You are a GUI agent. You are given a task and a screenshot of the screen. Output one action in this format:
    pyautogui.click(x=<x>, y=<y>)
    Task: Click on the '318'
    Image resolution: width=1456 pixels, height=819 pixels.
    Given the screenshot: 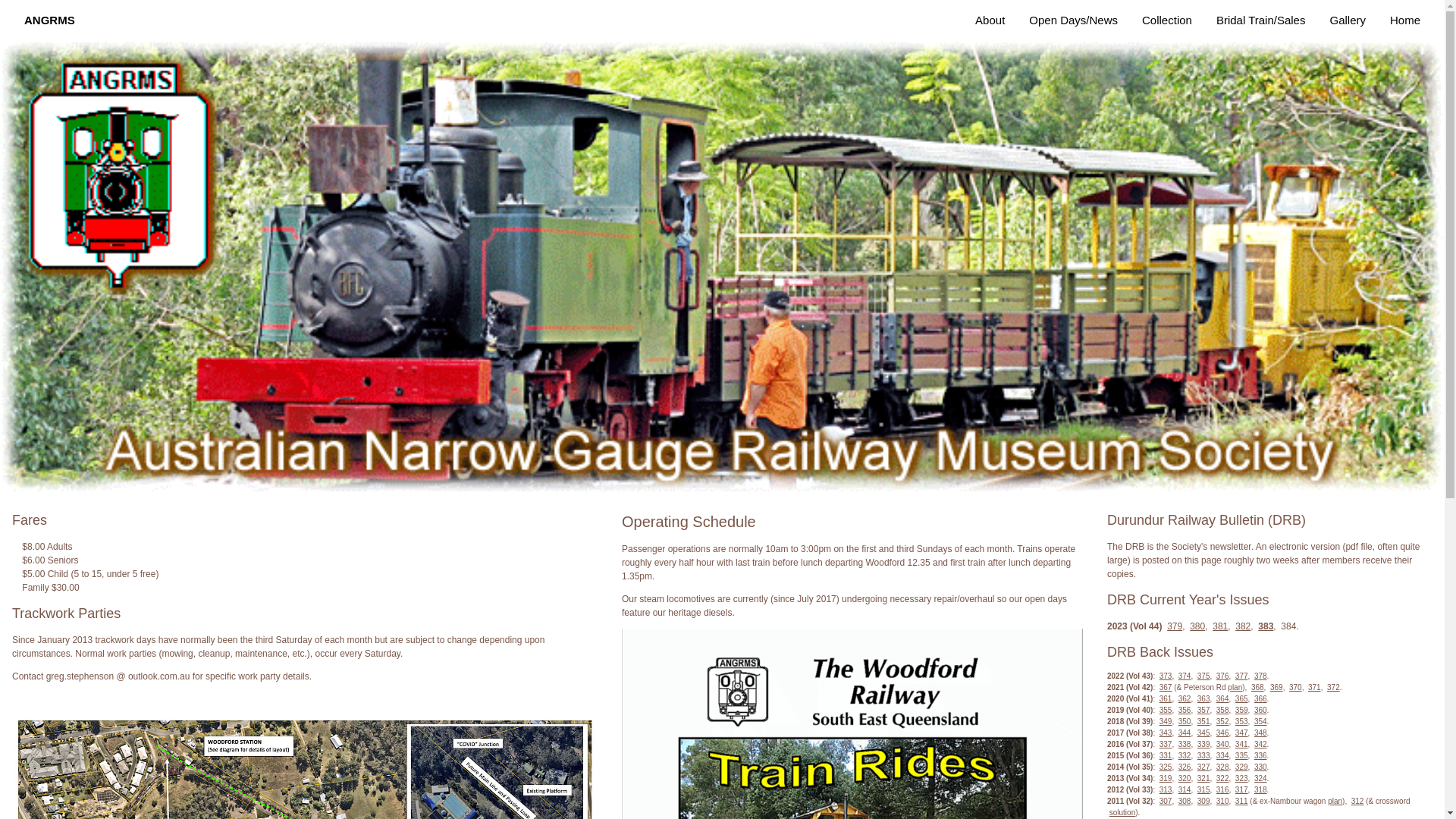 What is the action you would take?
    pyautogui.click(x=1254, y=789)
    